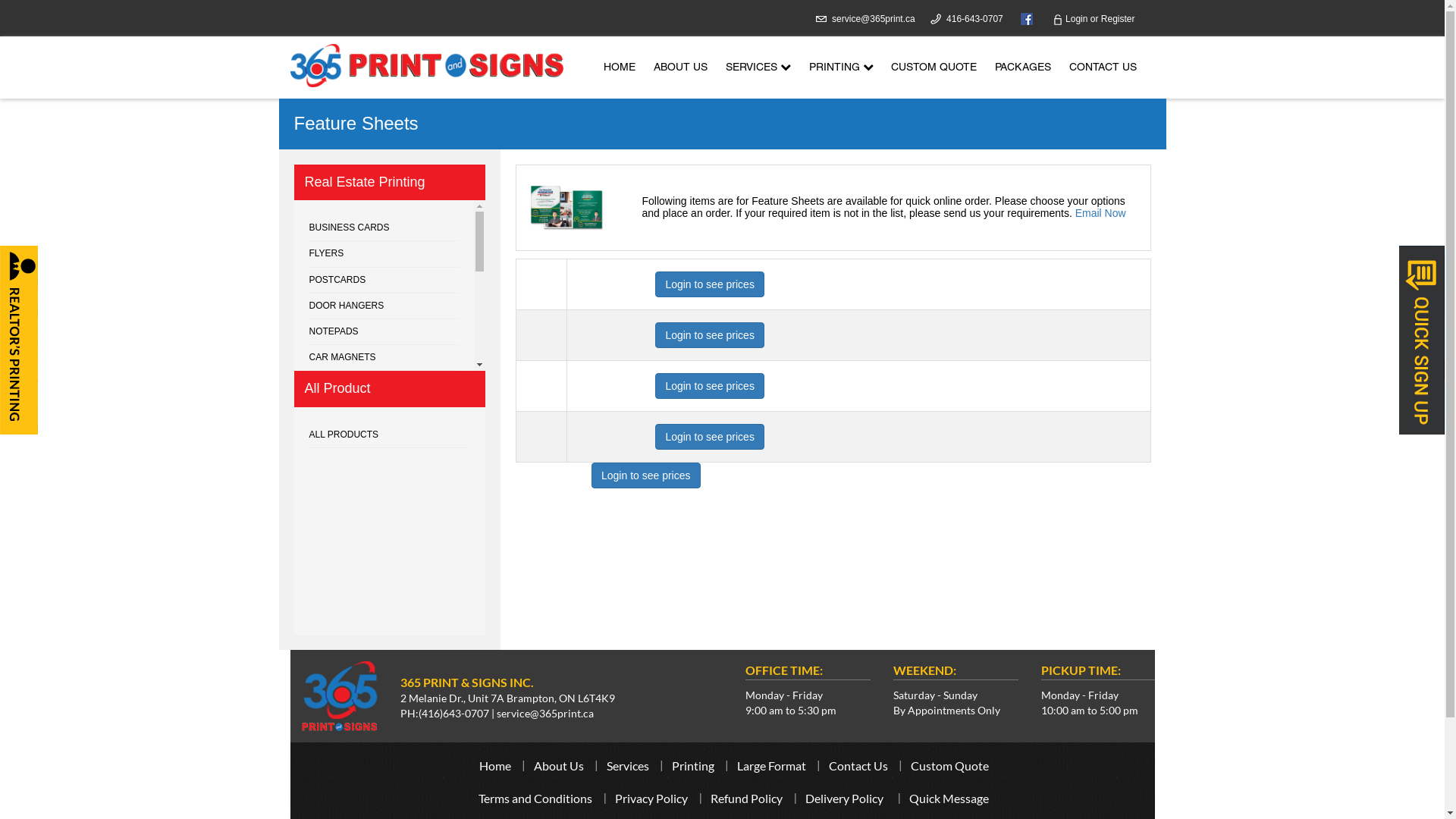  Describe the element at coordinates (948, 765) in the screenshot. I see `'Custom Quote'` at that location.